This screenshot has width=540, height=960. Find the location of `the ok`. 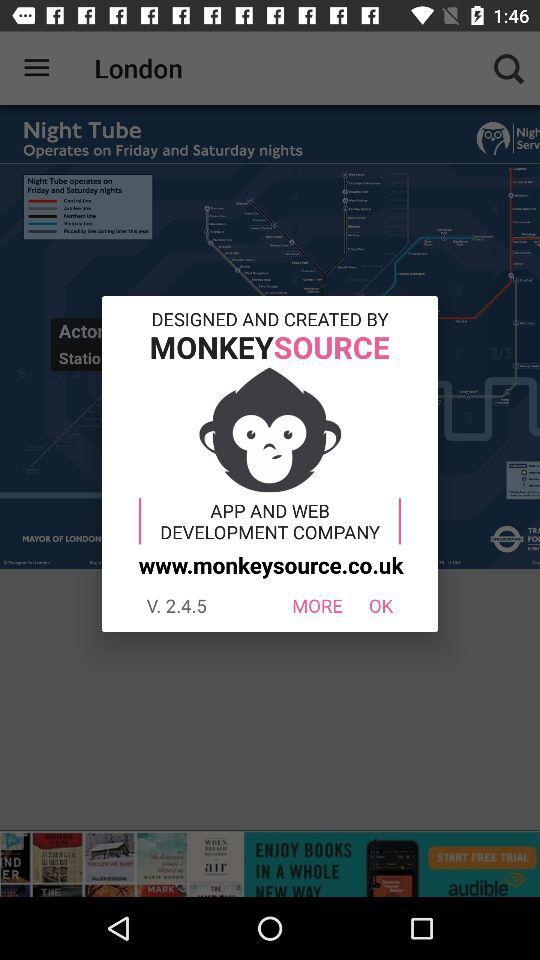

the ok is located at coordinates (381, 604).